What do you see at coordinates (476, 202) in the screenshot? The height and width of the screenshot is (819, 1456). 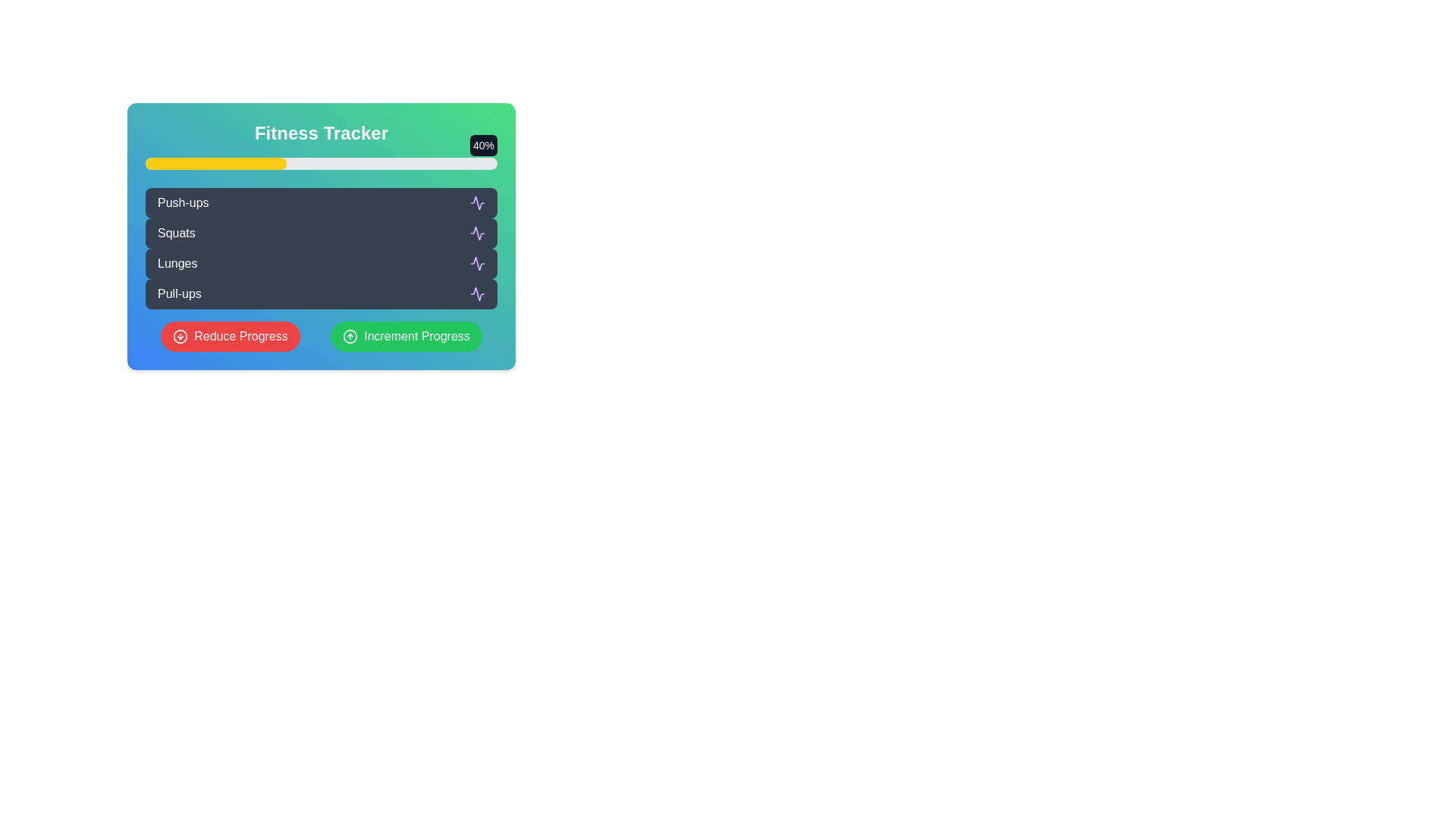 I see `the decorative SVG icon associated with 'Push-ups' located adjacent to the text within the fitness tracker table` at bounding box center [476, 202].